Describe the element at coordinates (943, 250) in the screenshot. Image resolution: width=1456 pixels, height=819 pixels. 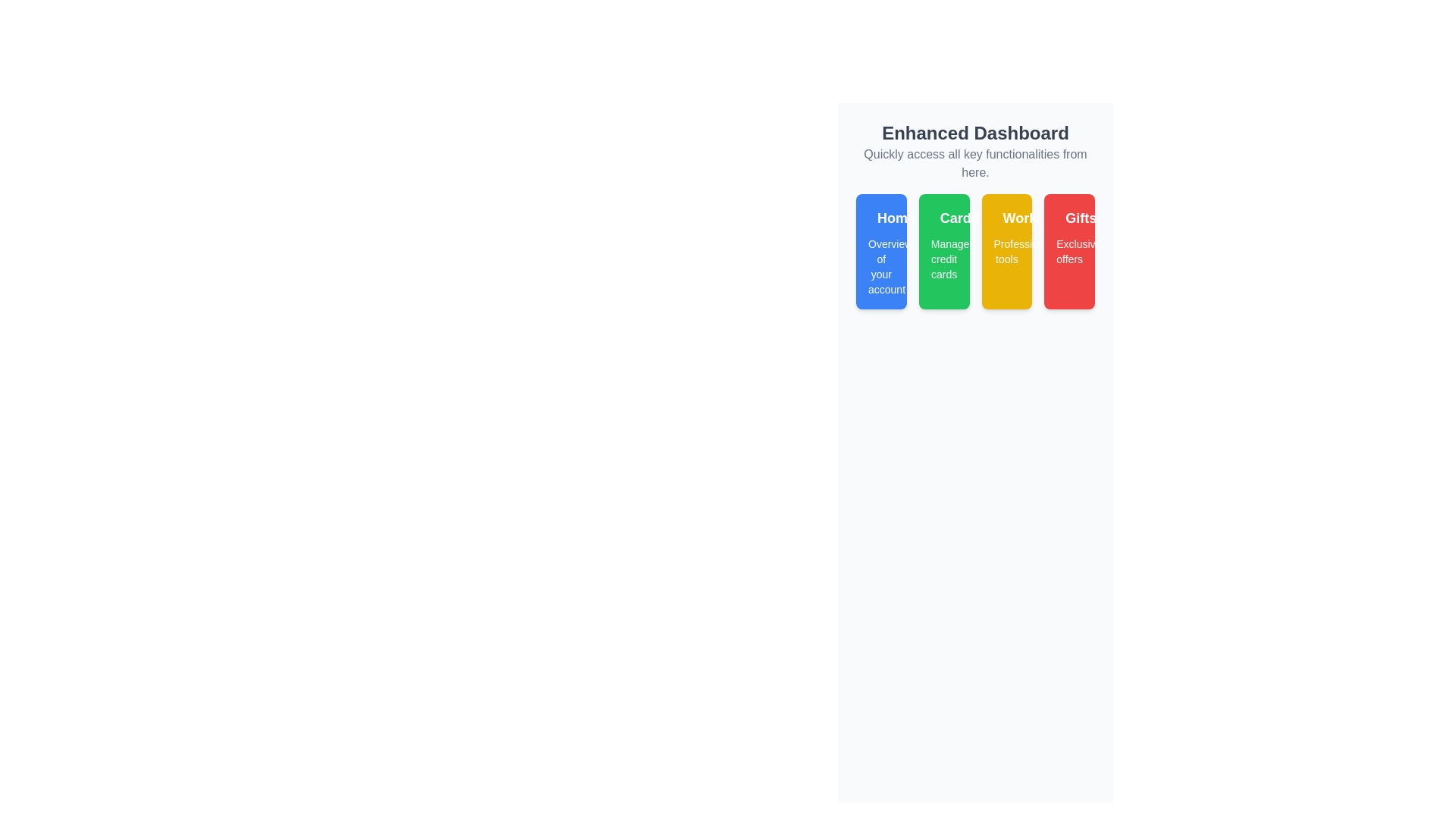
I see `the title 'Cards' within the green rectangular card that has a shadow effect and contains the descriptive text 'Manage credit cards'` at that location.